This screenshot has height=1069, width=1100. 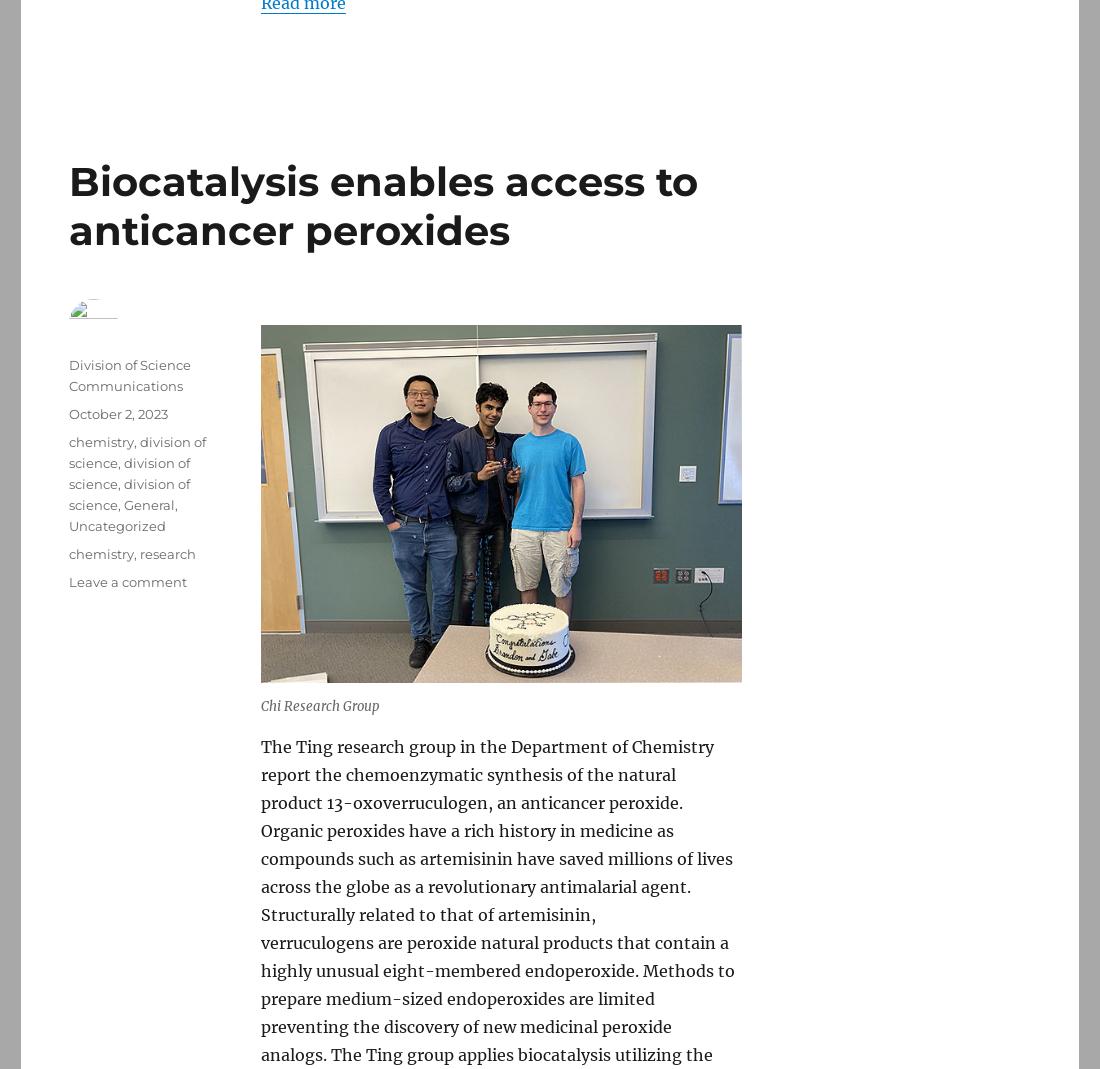 I want to click on 'Biocatalysis enables access to anticancer peroxides', so click(x=383, y=205).